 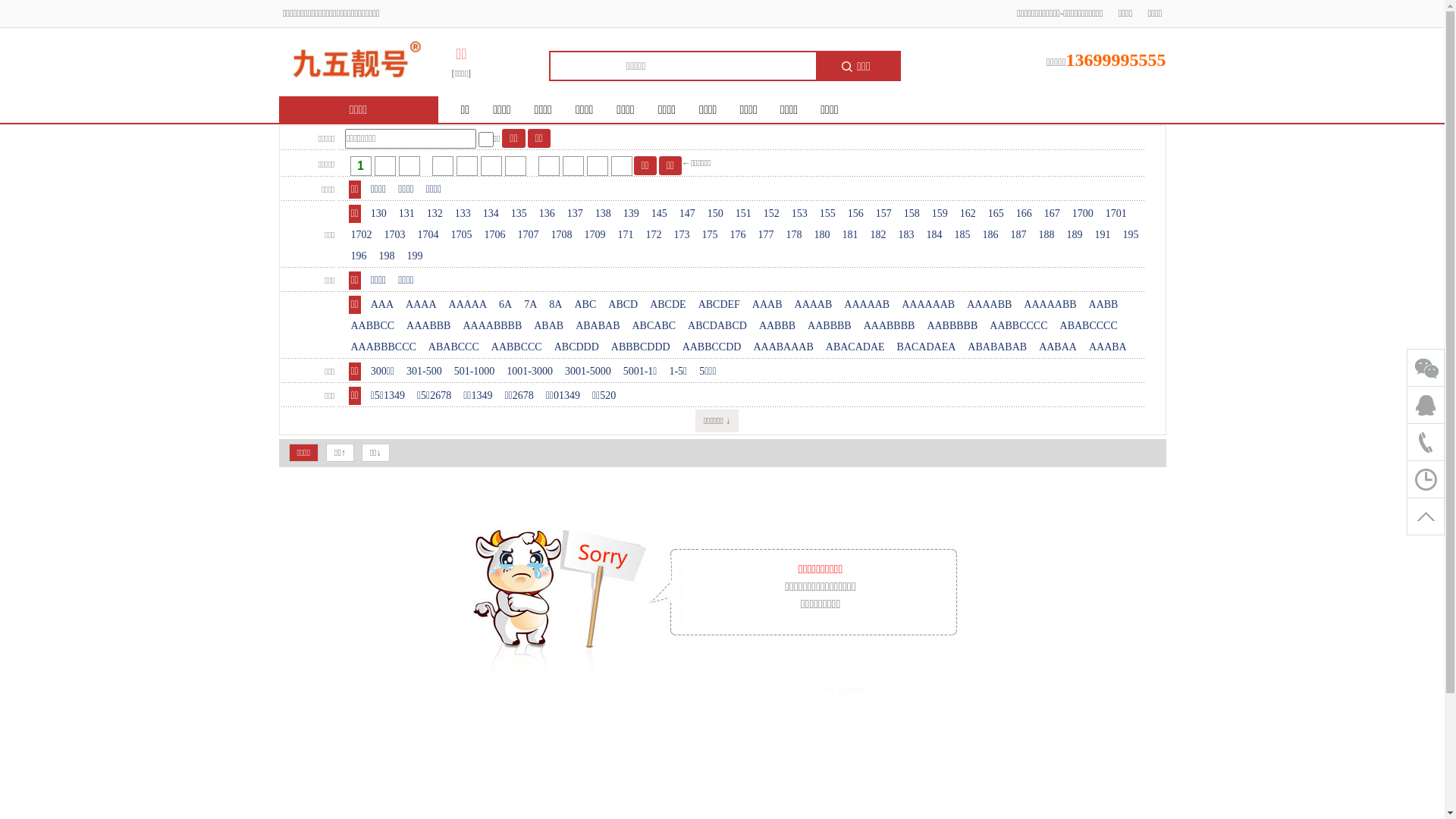 I want to click on '145', so click(x=659, y=213).